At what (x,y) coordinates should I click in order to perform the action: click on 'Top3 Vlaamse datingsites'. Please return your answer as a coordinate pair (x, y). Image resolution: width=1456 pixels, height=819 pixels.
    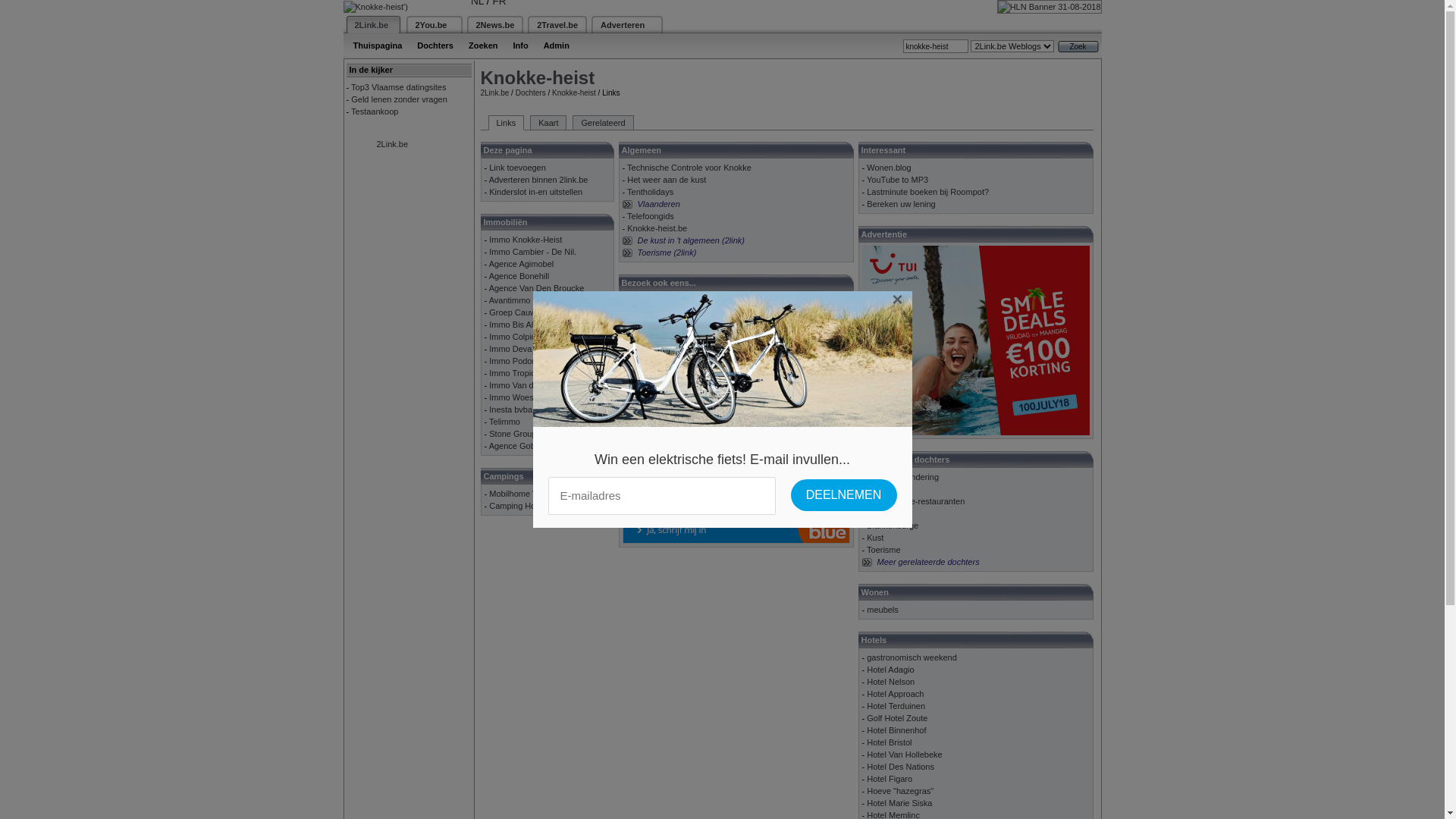
    Looking at the image, I should click on (350, 87).